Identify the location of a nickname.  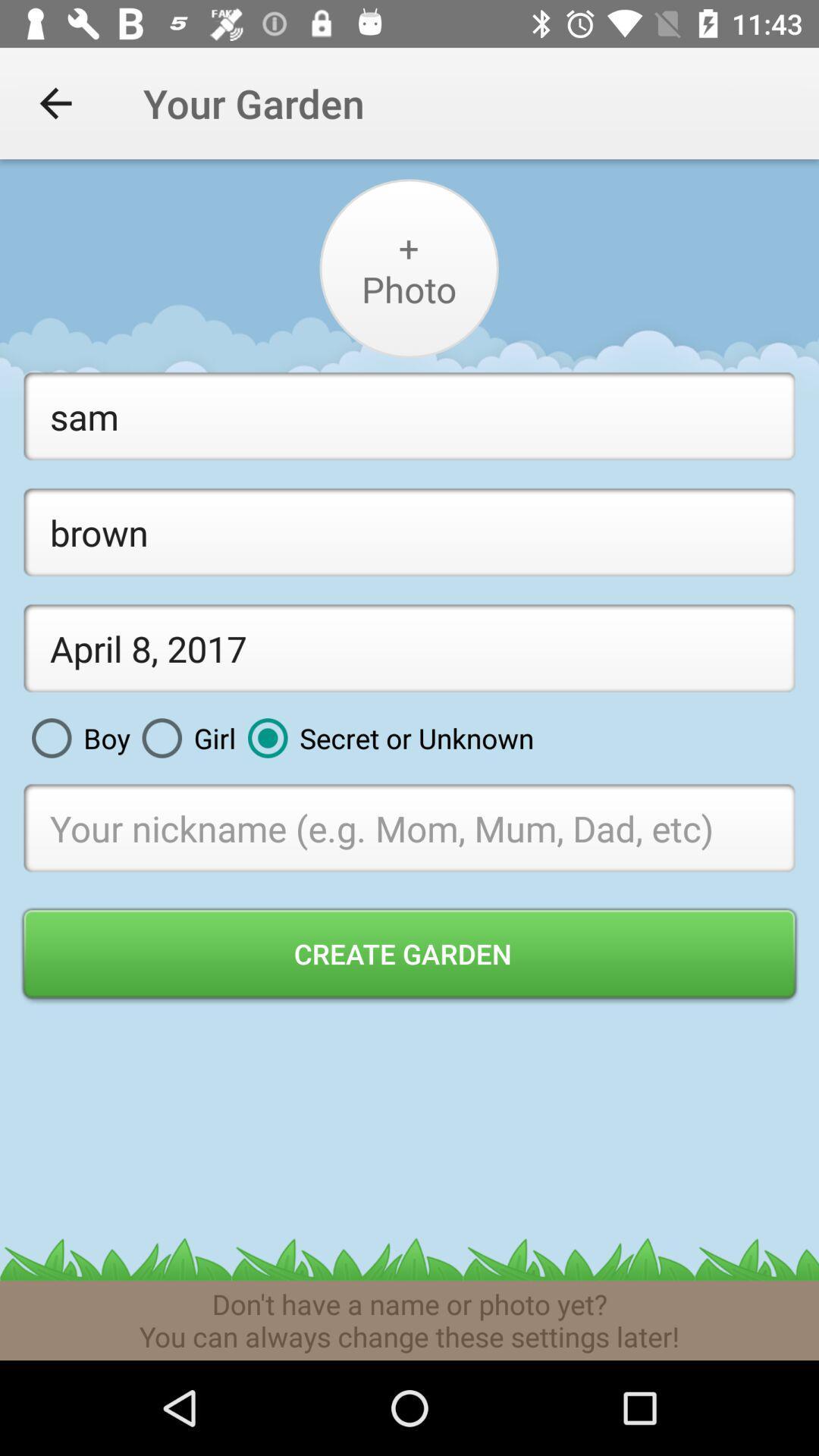
(409, 827).